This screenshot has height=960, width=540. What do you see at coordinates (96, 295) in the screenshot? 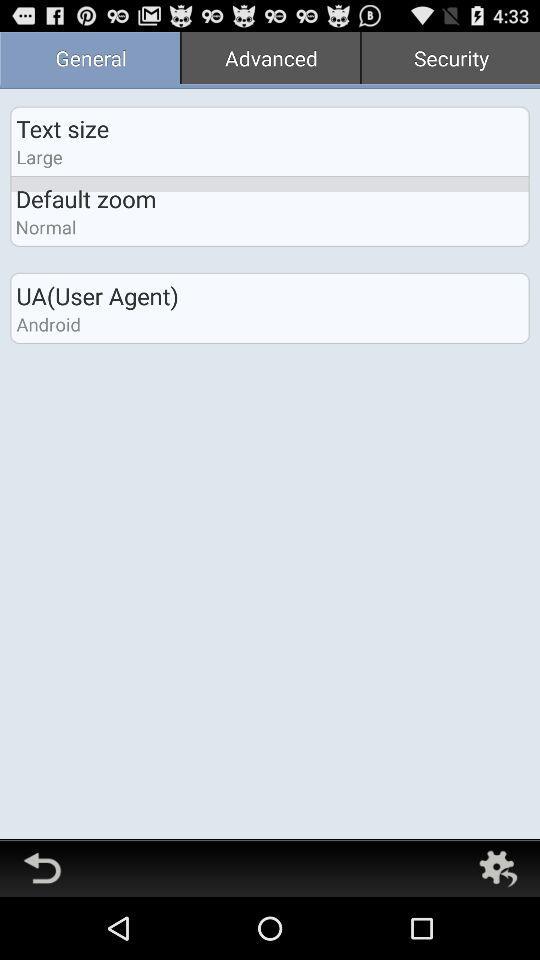
I see `the icon above android item` at bounding box center [96, 295].